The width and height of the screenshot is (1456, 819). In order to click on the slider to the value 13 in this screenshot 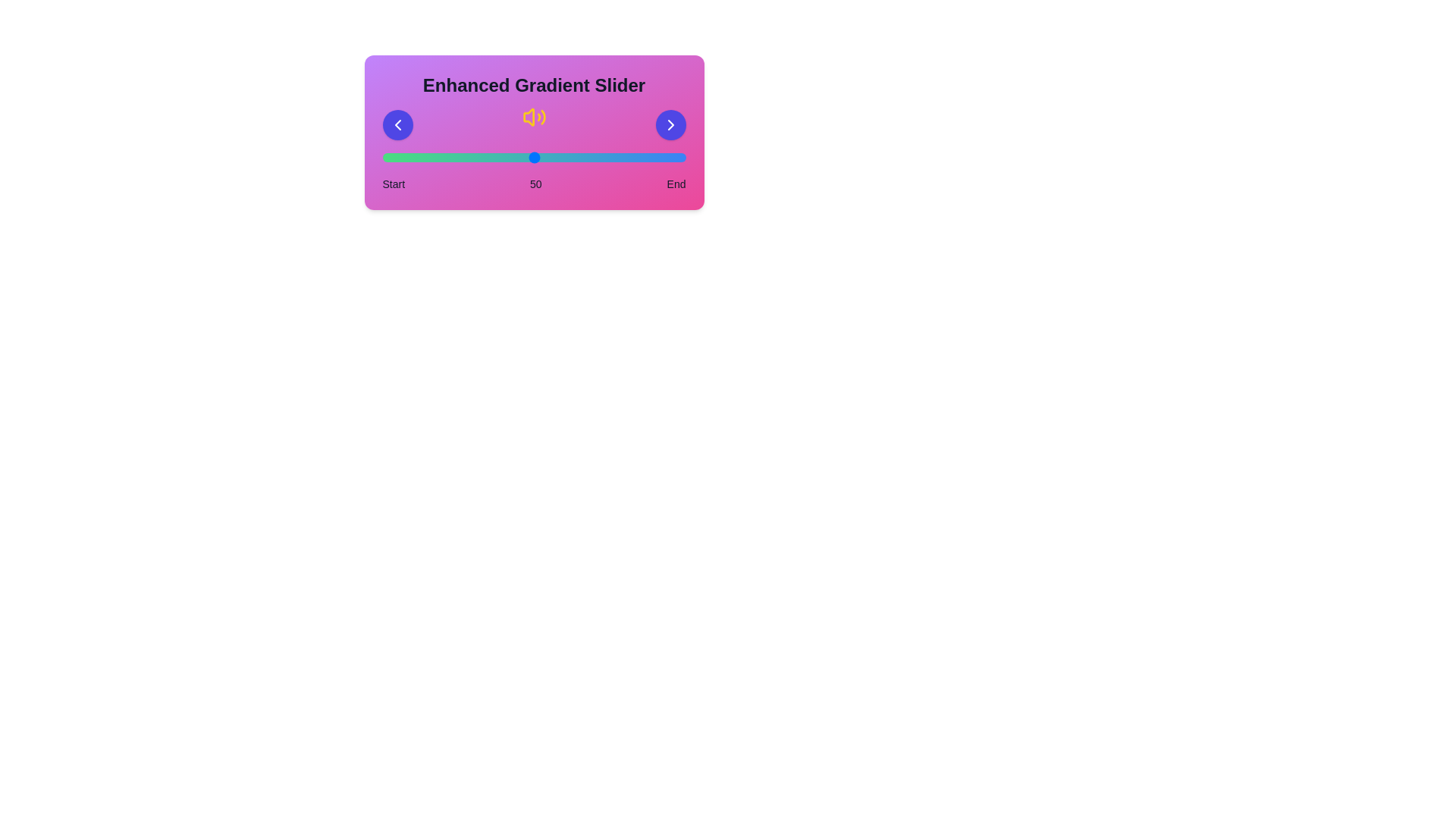, I will do `click(422, 158)`.